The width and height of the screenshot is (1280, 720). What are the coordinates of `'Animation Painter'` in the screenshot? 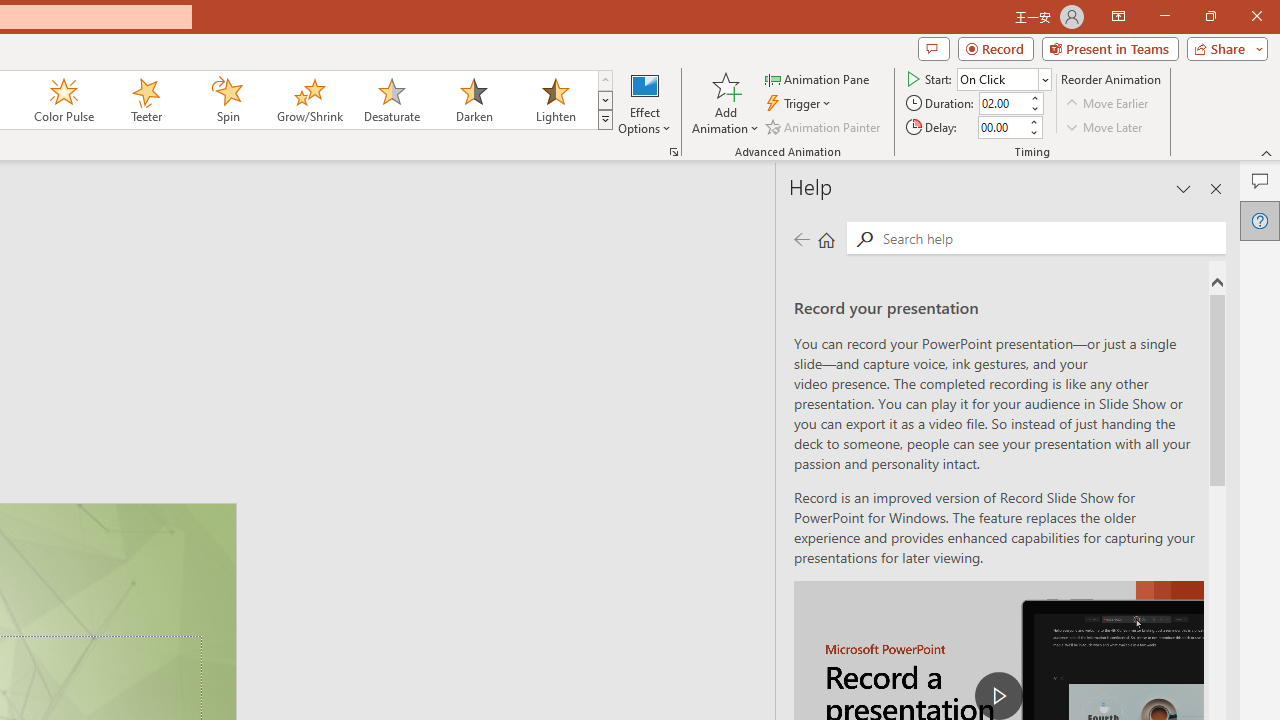 It's located at (824, 127).